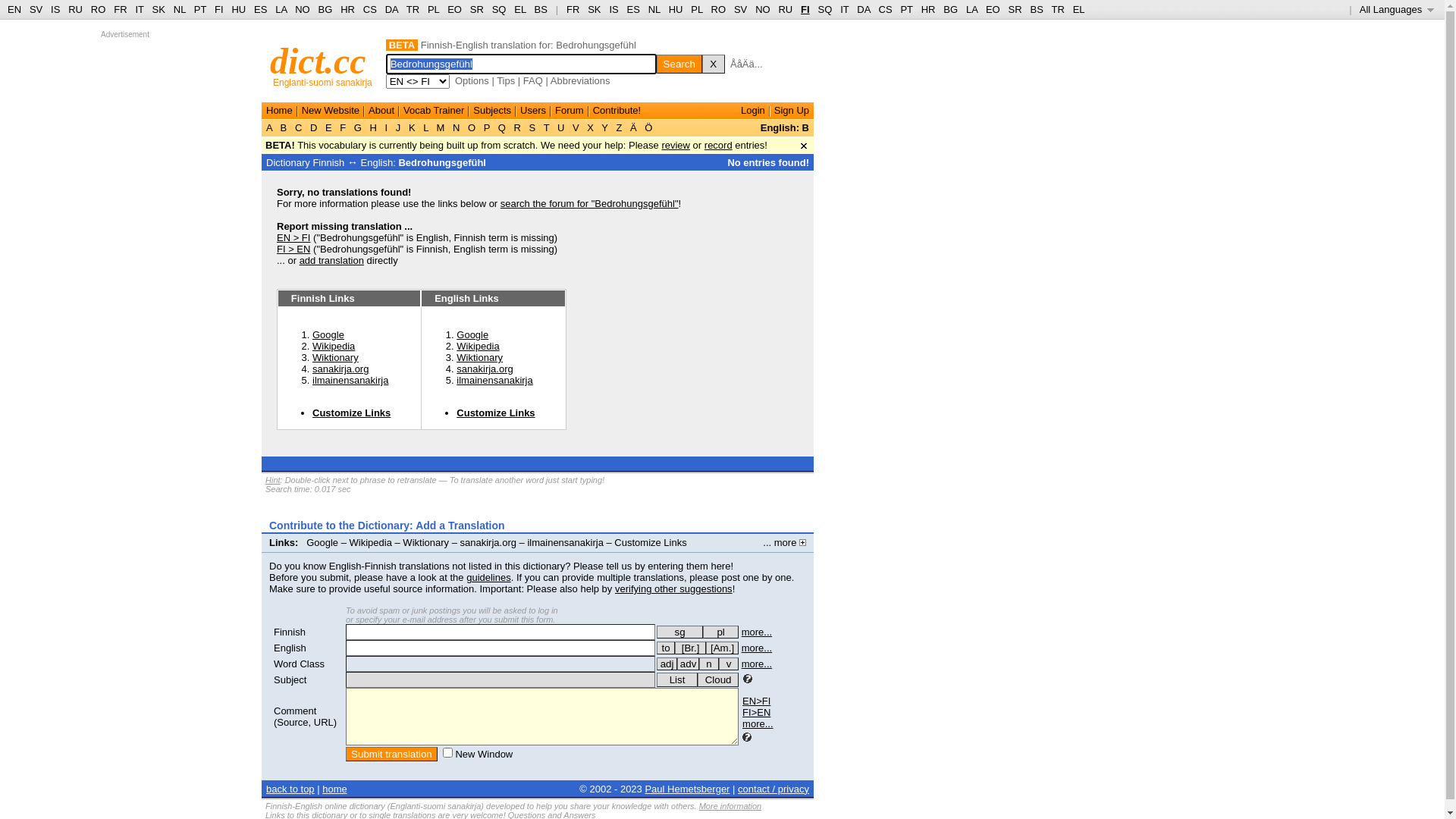 Image resolution: width=1456 pixels, height=819 pixels. What do you see at coordinates (397, 127) in the screenshot?
I see `'J'` at bounding box center [397, 127].